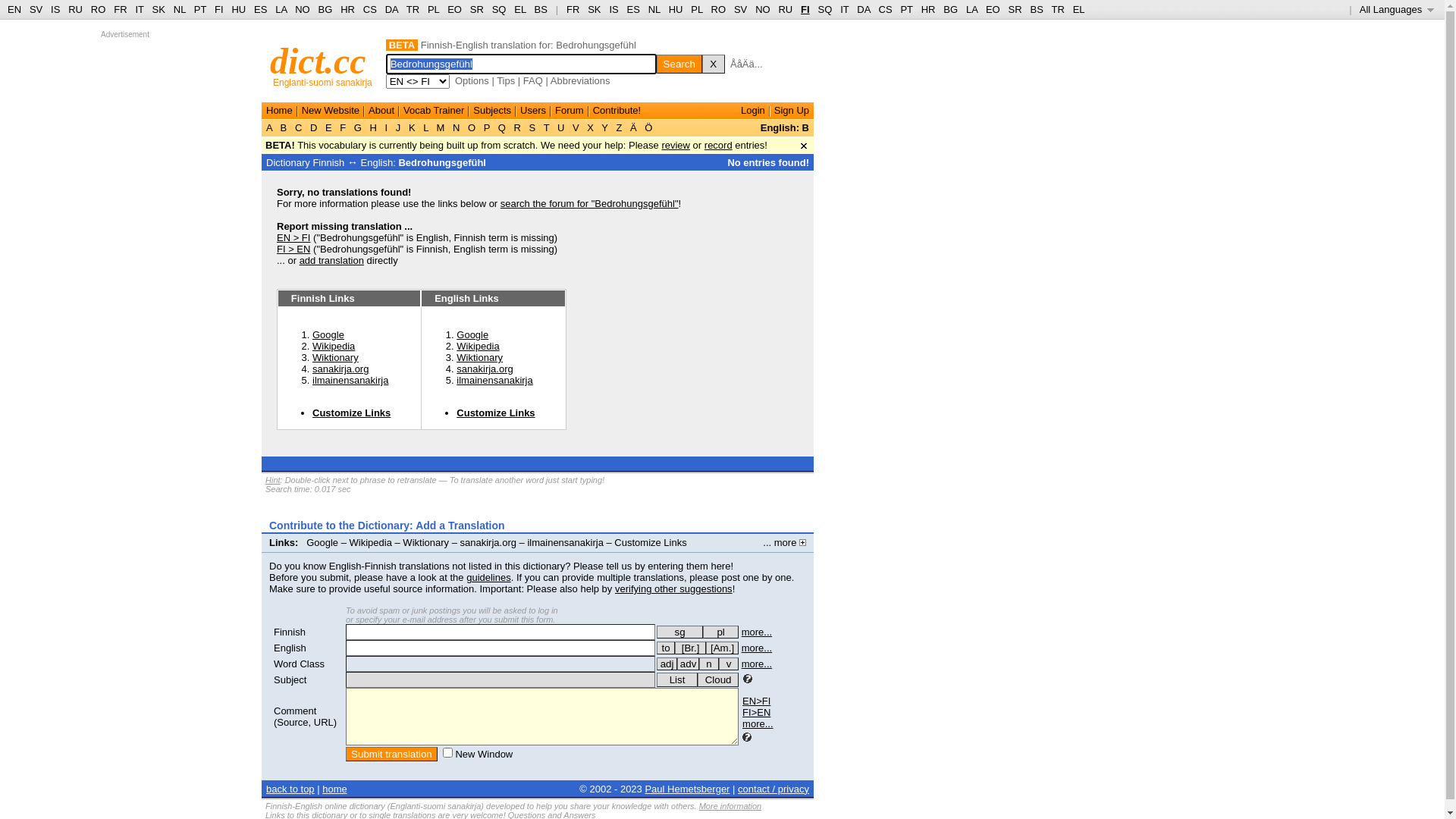 Image resolution: width=1456 pixels, height=819 pixels. What do you see at coordinates (397, 127) in the screenshot?
I see `'J'` at bounding box center [397, 127].